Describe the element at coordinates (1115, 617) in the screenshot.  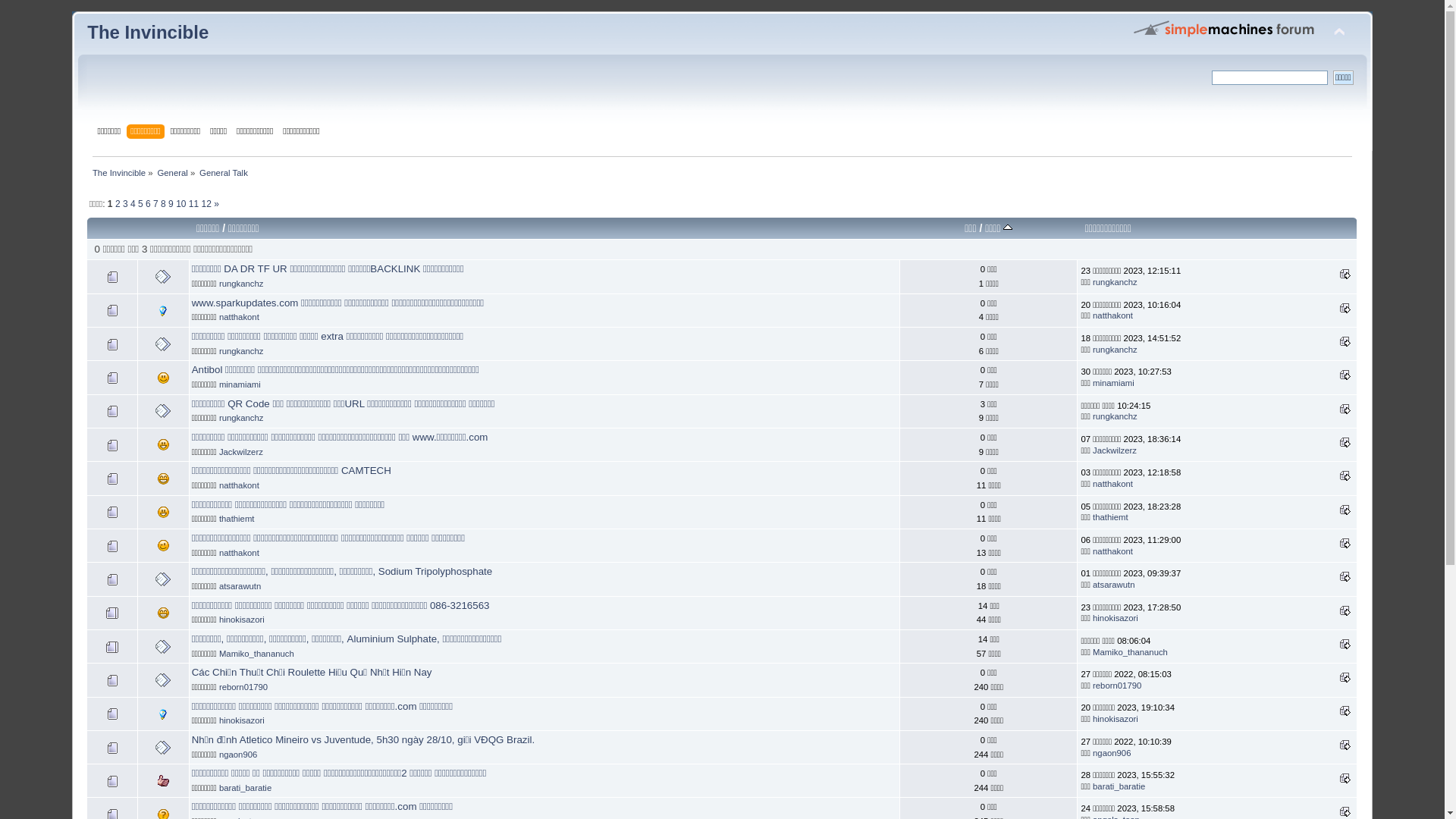
I see `'hinokisazori'` at that location.